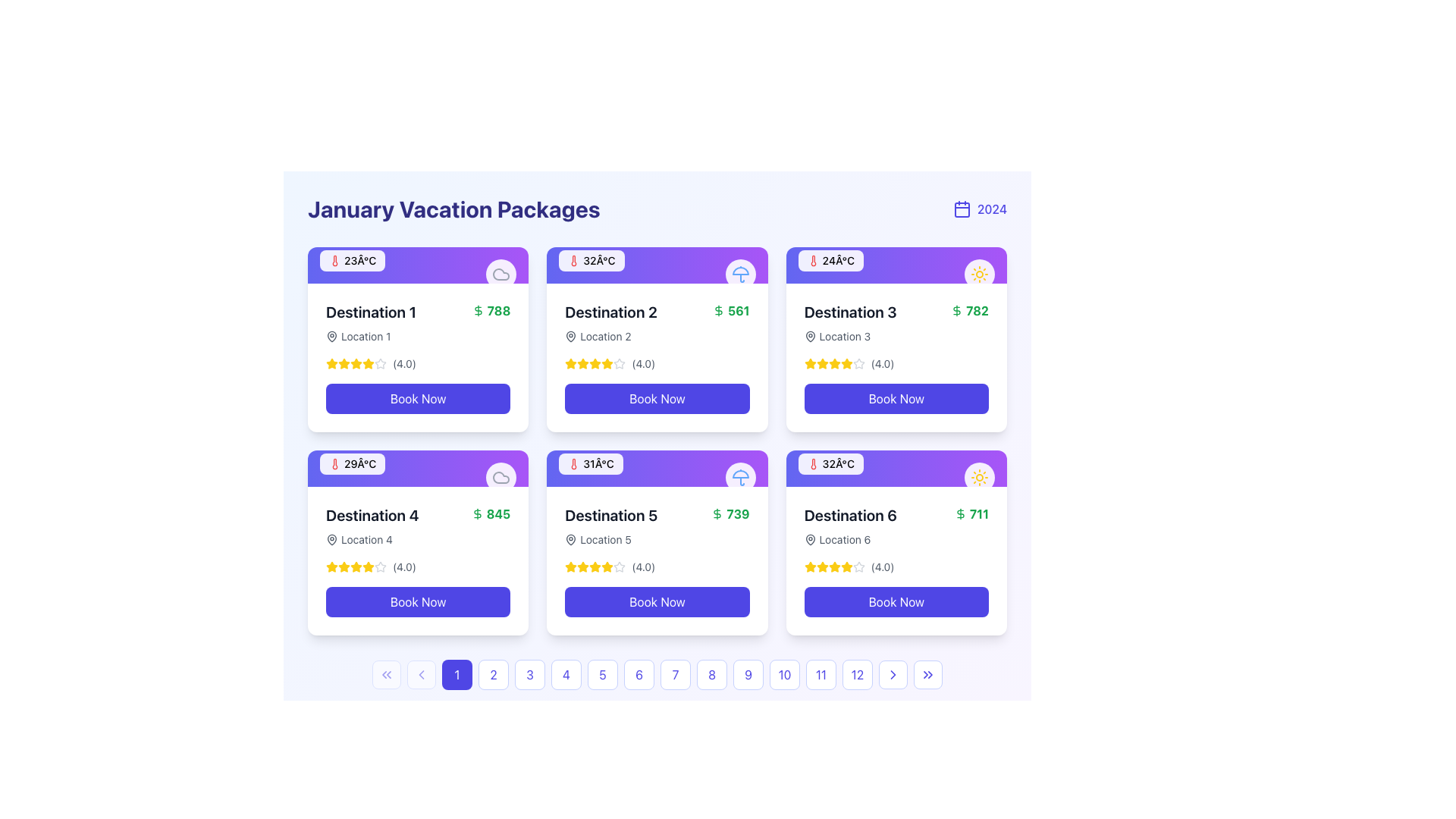 The height and width of the screenshot is (819, 1456). Describe the element at coordinates (604, 335) in the screenshot. I see `the text label displaying 'Location 2' styled in gray text, located within the card labeled 'Destination 2' in the second column of the grid` at that location.